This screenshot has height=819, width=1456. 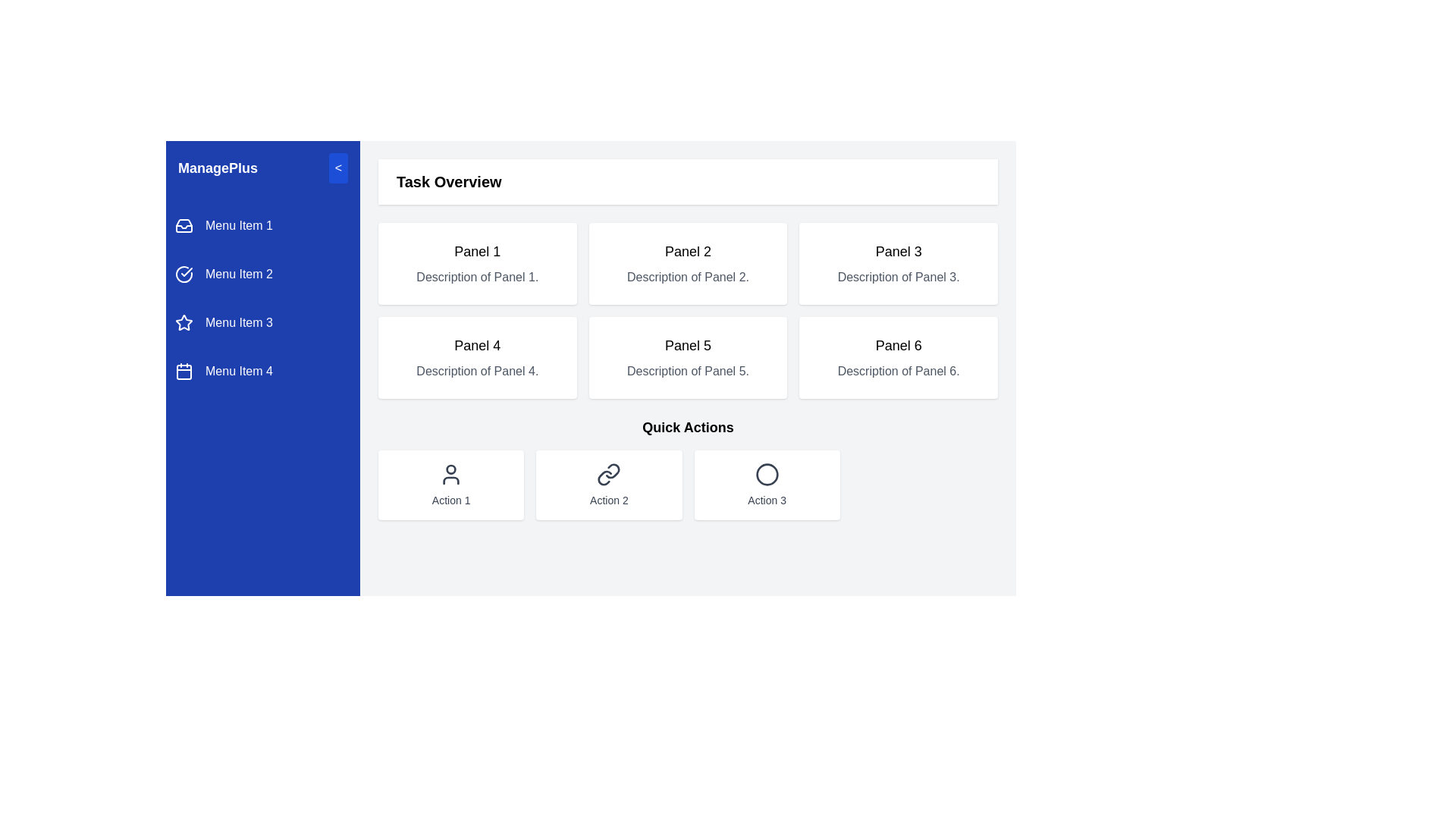 What do you see at coordinates (238, 275) in the screenshot?
I see `the area surrounding the text label displaying 'Menu Item 2'` at bounding box center [238, 275].